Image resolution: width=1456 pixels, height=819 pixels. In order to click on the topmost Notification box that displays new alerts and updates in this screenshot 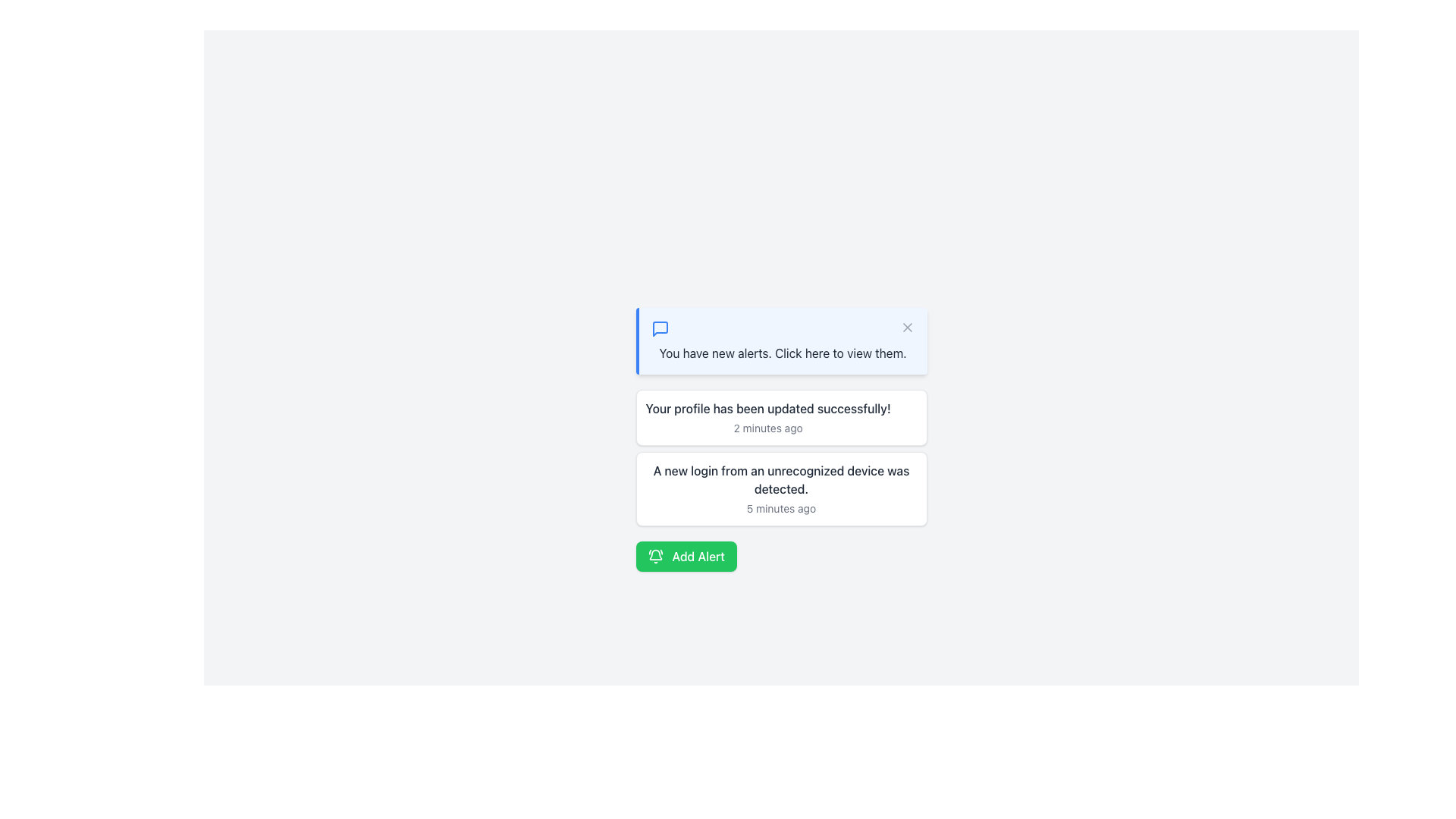, I will do `click(781, 341)`.